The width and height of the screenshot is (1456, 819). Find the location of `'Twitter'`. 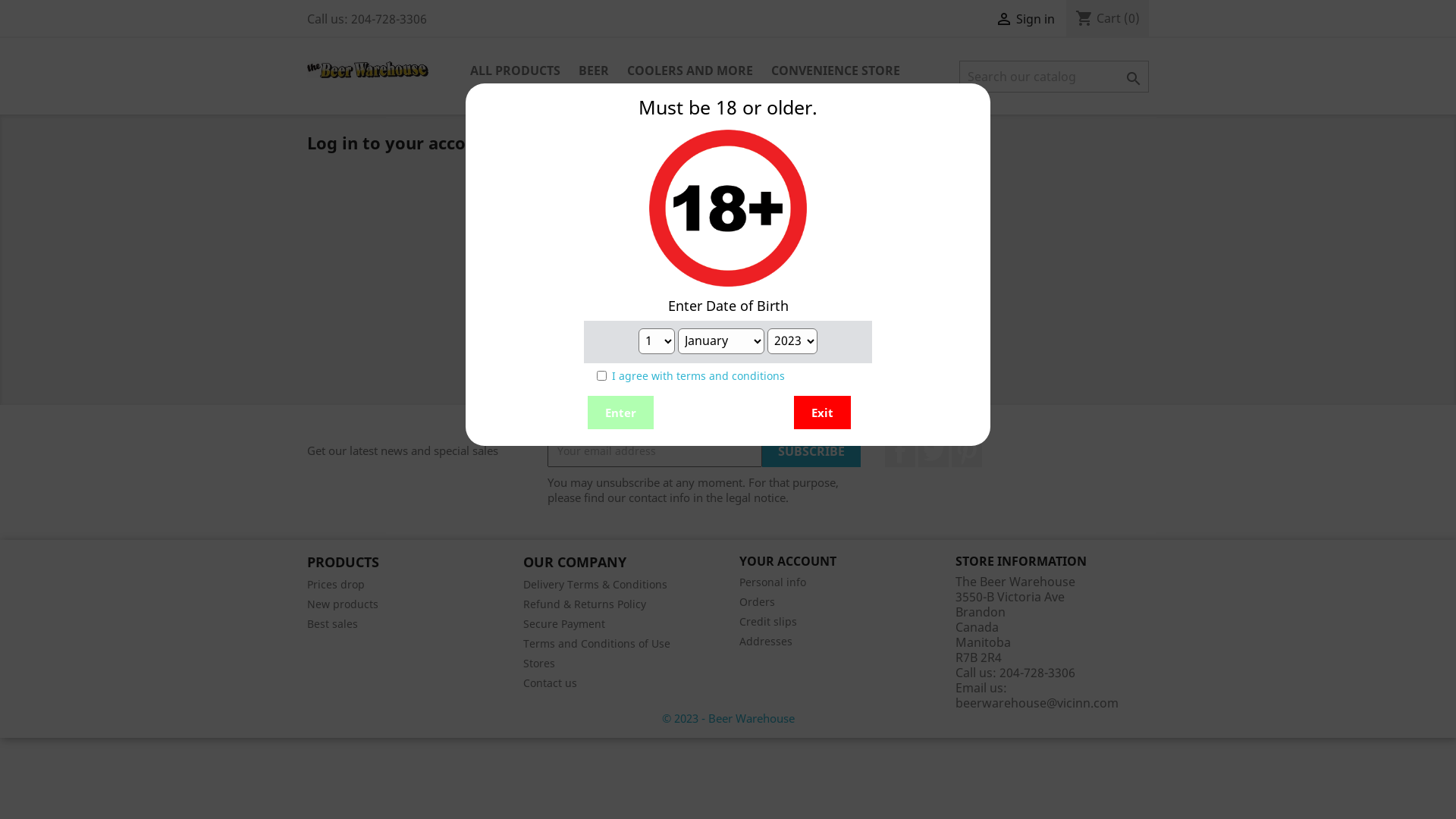

'Twitter' is located at coordinates (932, 451).